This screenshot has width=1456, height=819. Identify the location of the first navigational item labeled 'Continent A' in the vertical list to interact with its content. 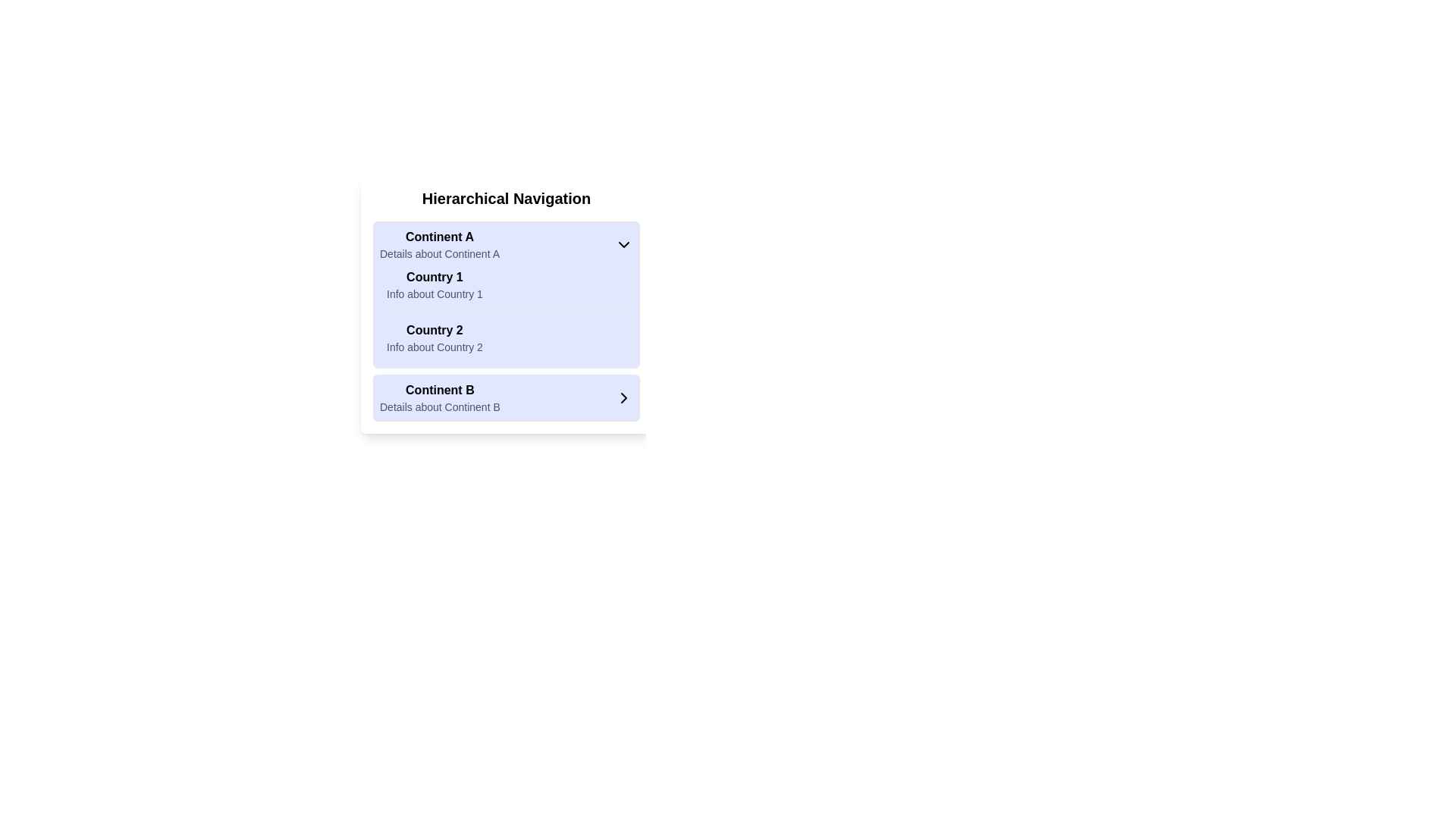
(439, 244).